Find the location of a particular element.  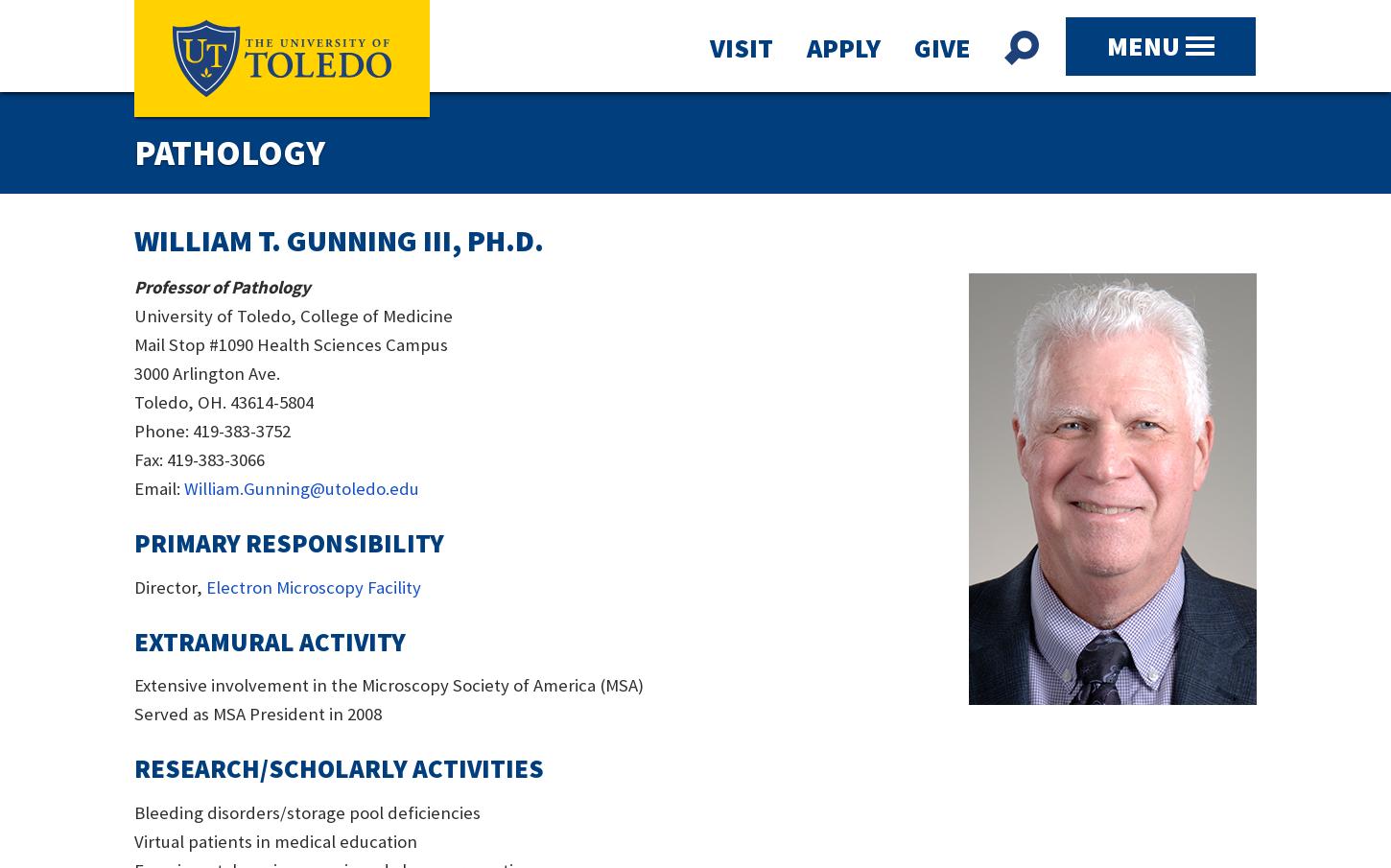

'Toledo, OH. 43614-5804' is located at coordinates (223, 401).